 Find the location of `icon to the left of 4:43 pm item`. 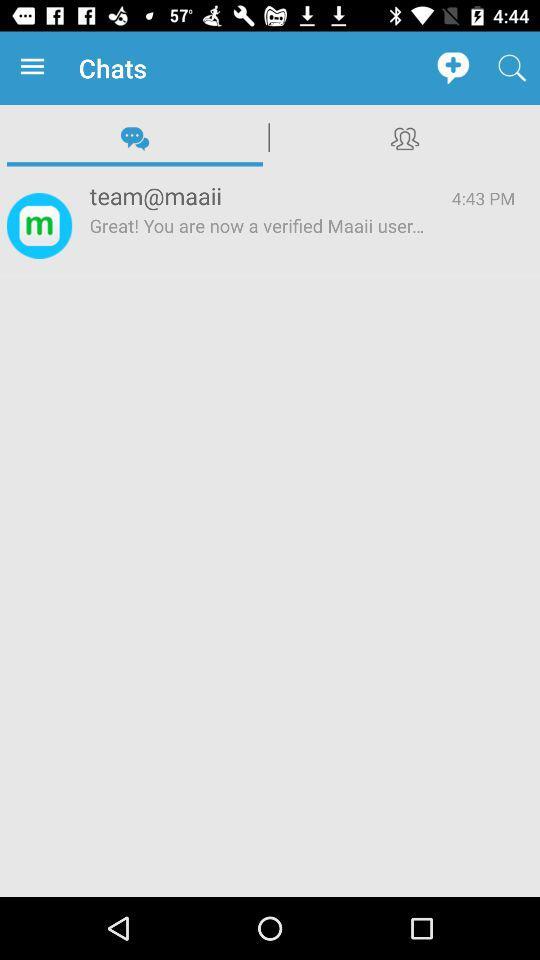

icon to the left of 4:43 pm item is located at coordinates (258, 195).